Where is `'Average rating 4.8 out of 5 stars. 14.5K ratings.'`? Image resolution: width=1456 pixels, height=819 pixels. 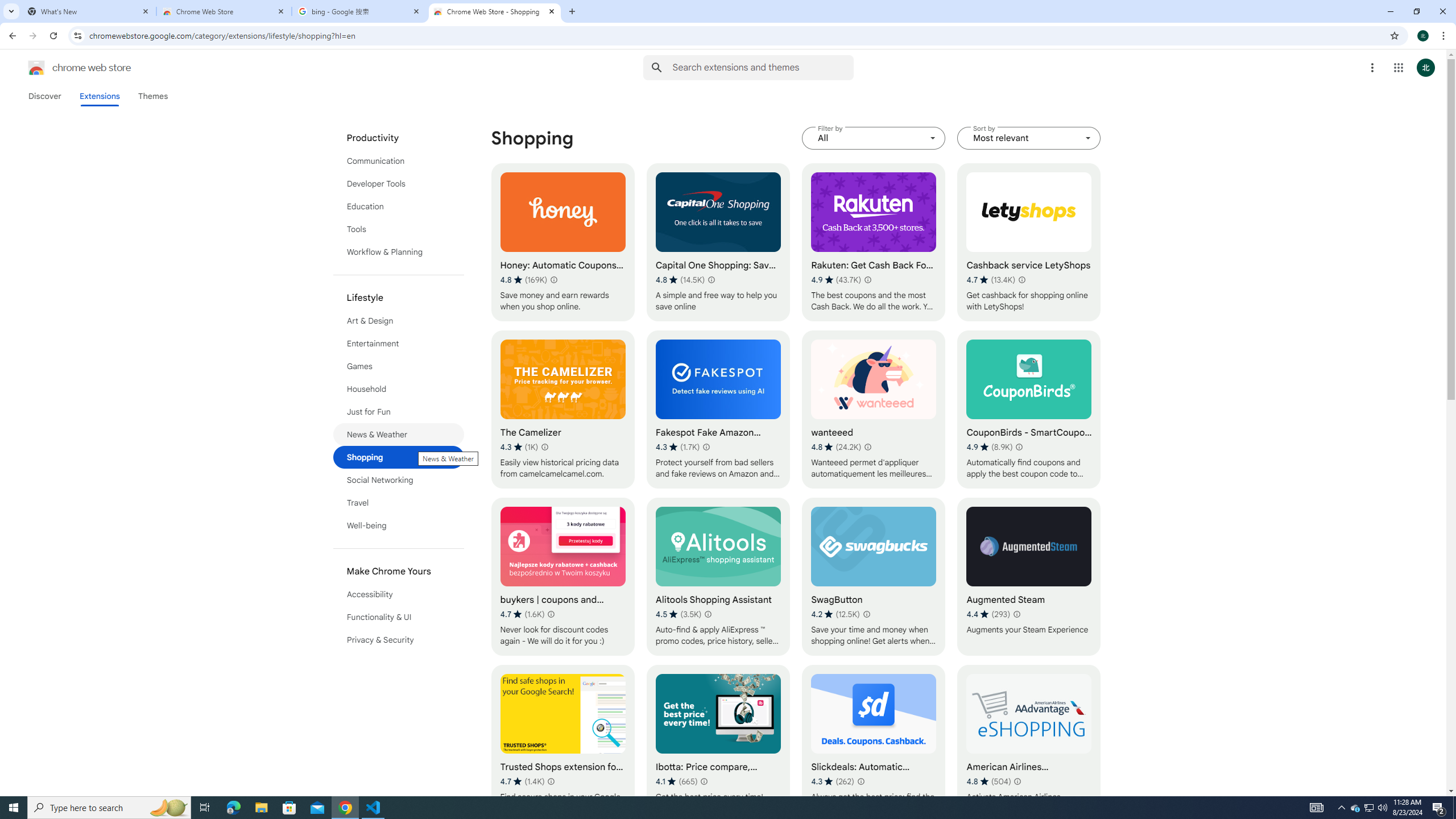 'Average rating 4.8 out of 5 stars. 14.5K ratings.' is located at coordinates (679, 279).